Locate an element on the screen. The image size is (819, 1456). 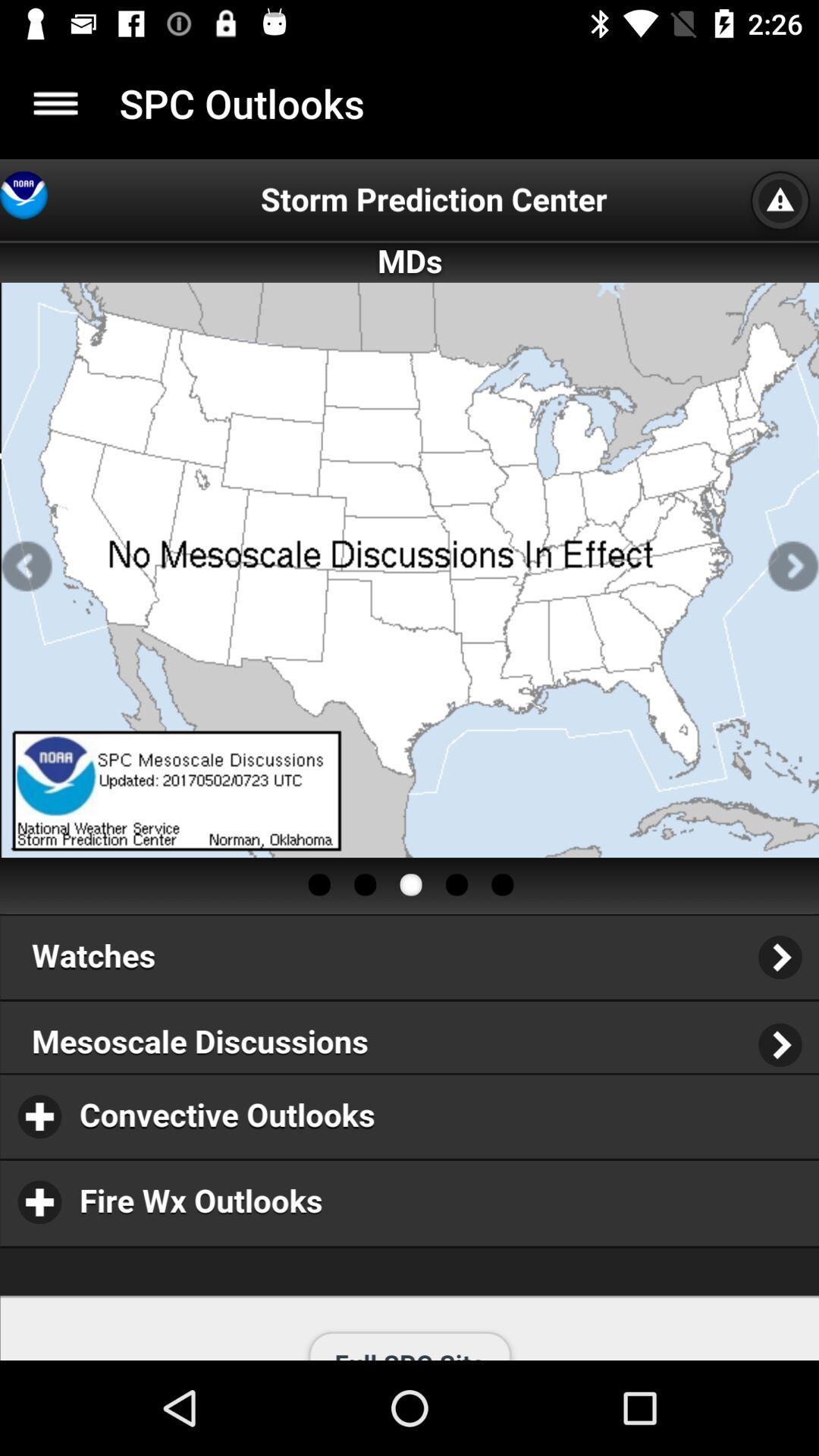
menu is located at coordinates (55, 102).